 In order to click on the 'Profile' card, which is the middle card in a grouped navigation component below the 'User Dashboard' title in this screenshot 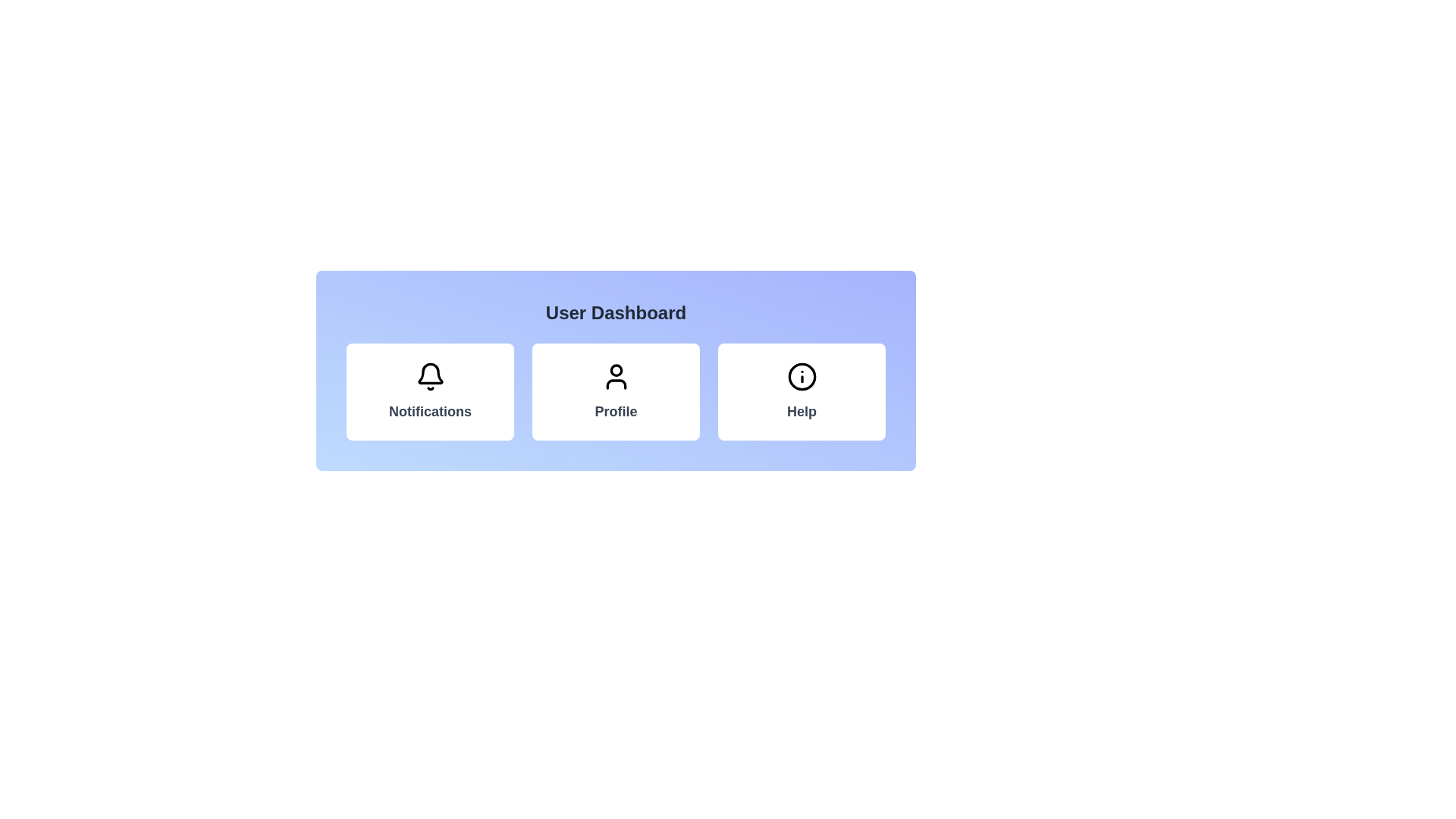, I will do `click(616, 371)`.